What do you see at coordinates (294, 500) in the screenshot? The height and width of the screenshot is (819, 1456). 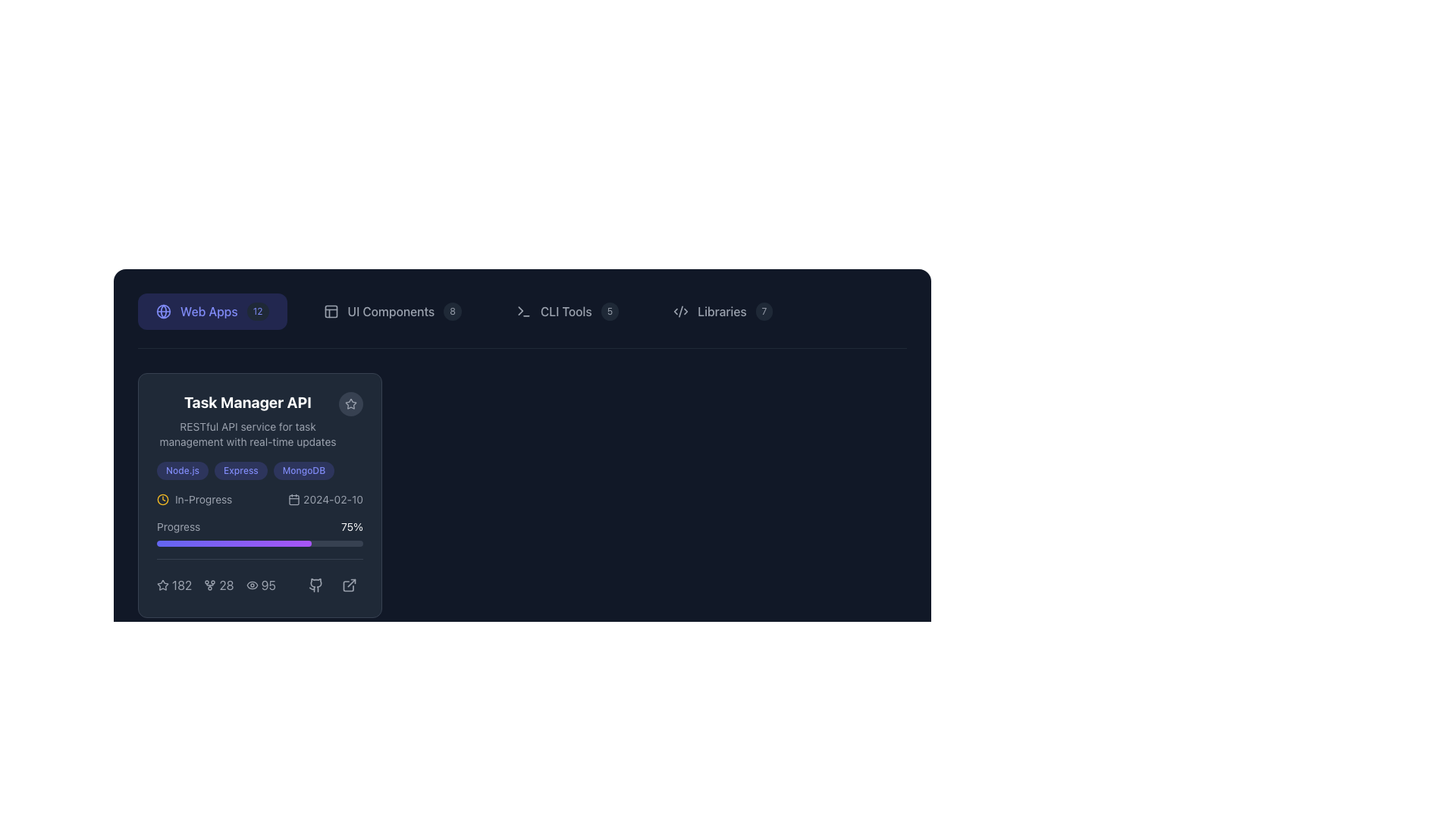 I see `the calendar-like graphic icon located in the top-right area of the task details card` at bounding box center [294, 500].